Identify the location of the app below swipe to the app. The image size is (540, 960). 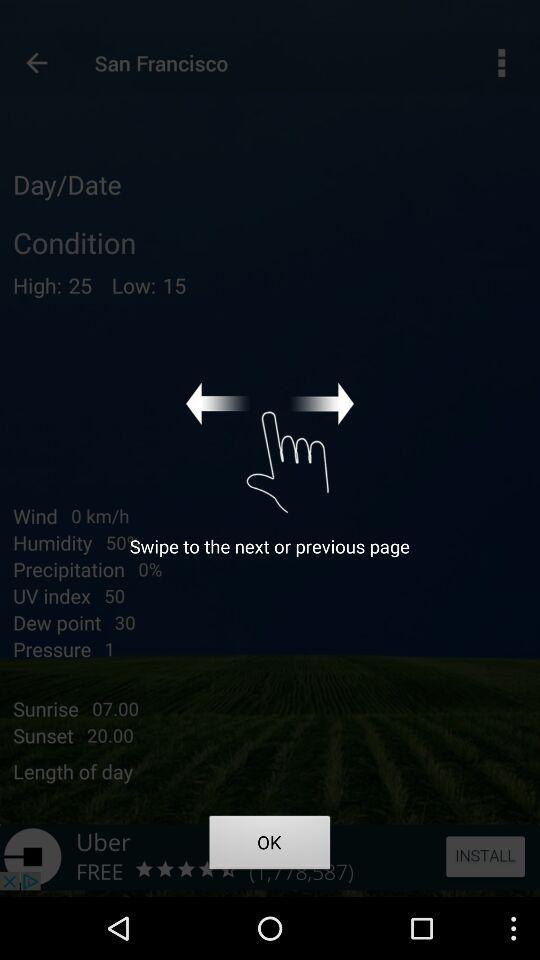
(270, 844).